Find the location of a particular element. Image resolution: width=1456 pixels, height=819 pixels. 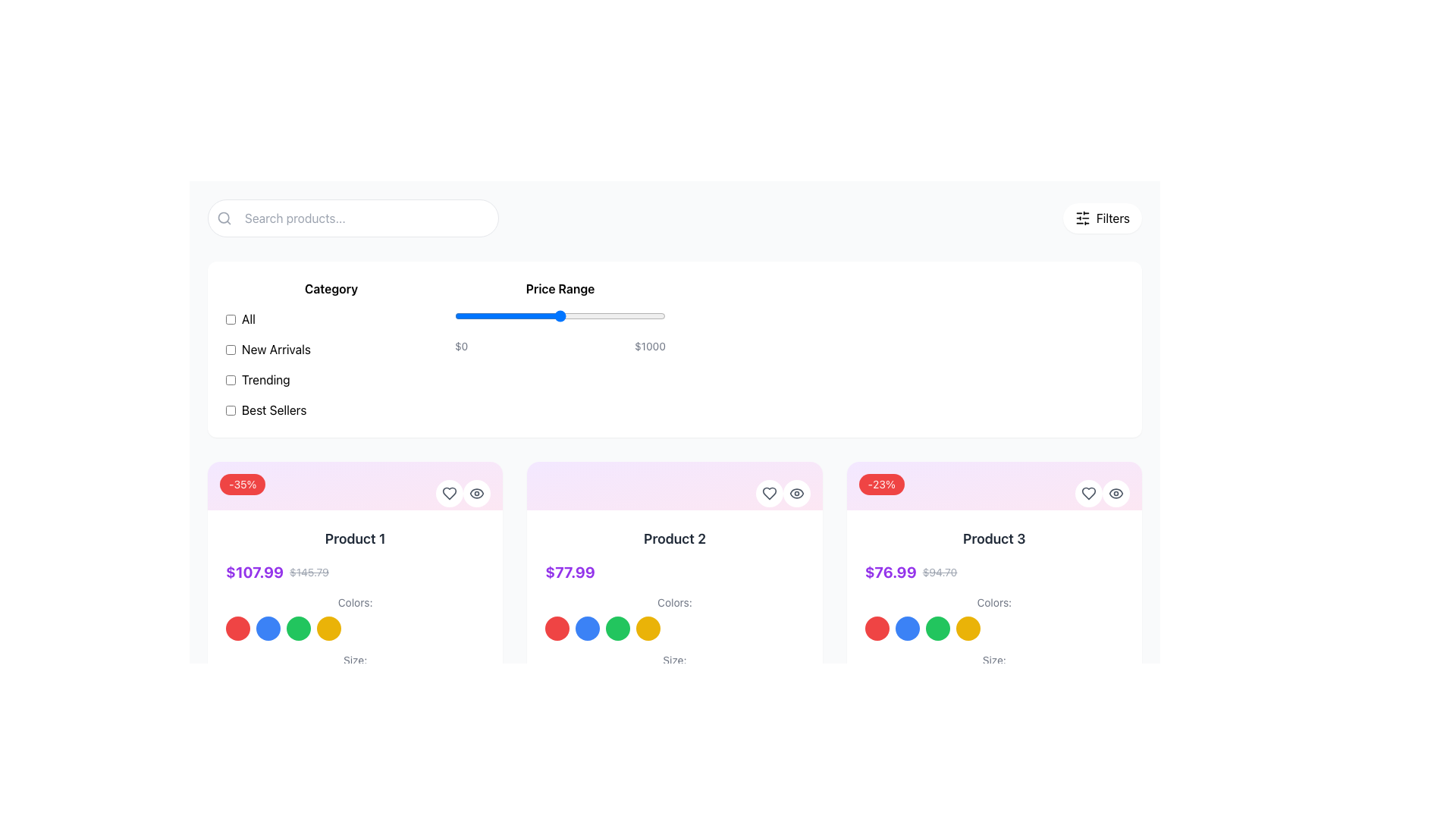

the checkbox is located at coordinates (230, 409).